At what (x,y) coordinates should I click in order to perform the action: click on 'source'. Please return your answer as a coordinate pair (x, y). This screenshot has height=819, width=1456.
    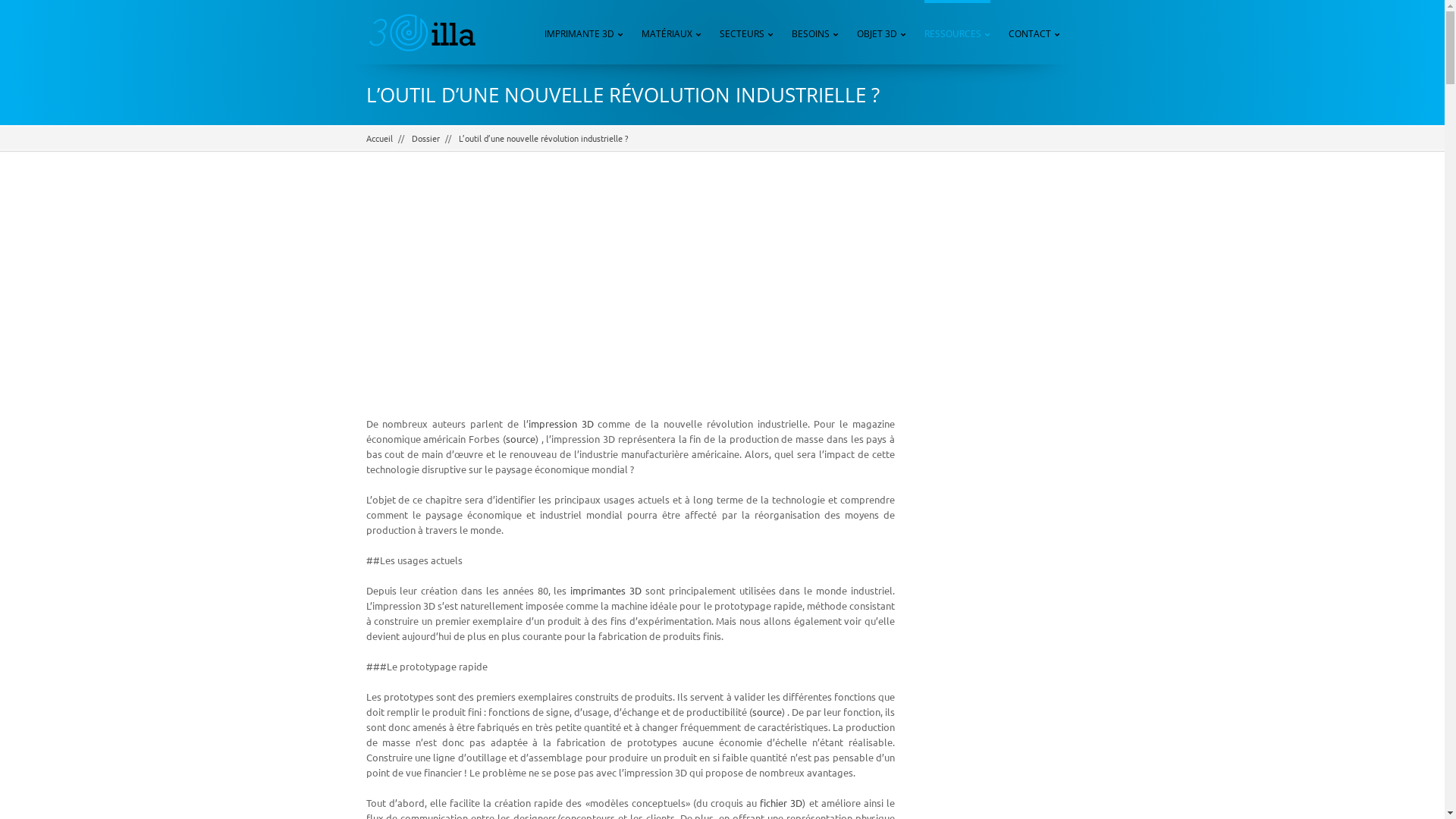
    Looking at the image, I should click on (506, 438).